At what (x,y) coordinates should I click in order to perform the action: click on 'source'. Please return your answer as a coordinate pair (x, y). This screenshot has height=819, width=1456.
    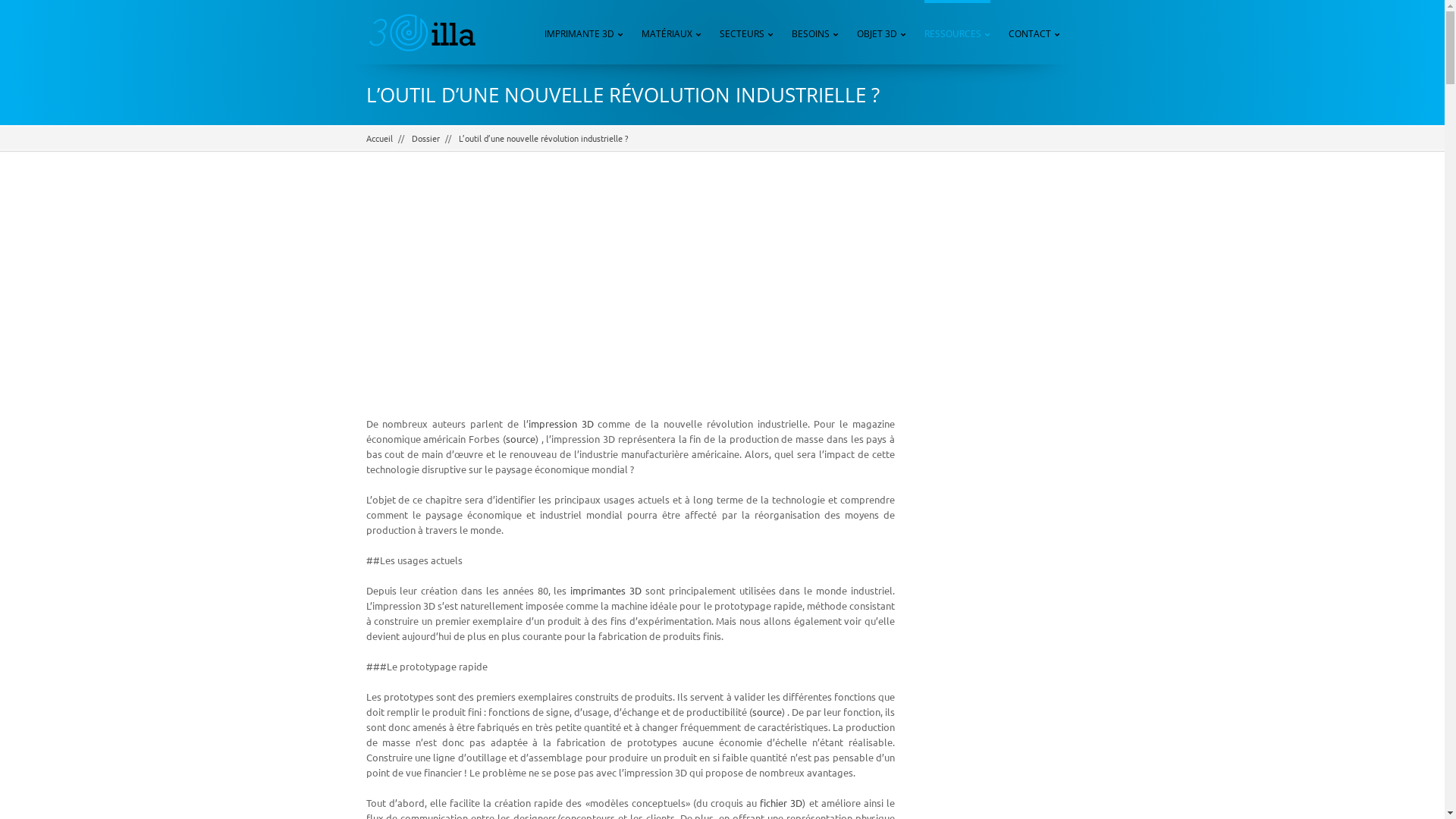
    Looking at the image, I should click on (506, 438).